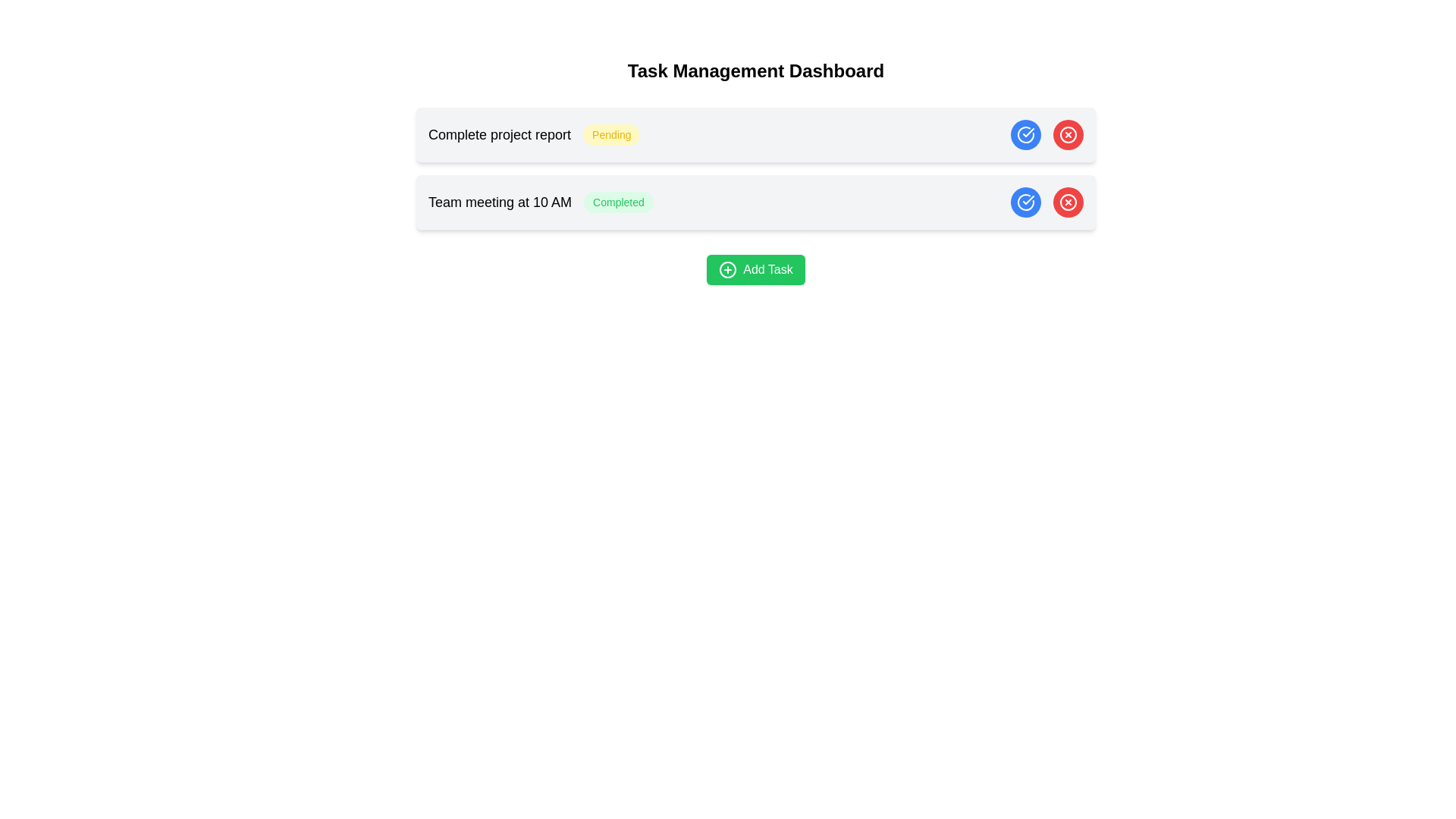  I want to click on the circular icon with a cross and plus sign inside, which is part of the 'Add Task' button located below the task list, so click(728, 268).